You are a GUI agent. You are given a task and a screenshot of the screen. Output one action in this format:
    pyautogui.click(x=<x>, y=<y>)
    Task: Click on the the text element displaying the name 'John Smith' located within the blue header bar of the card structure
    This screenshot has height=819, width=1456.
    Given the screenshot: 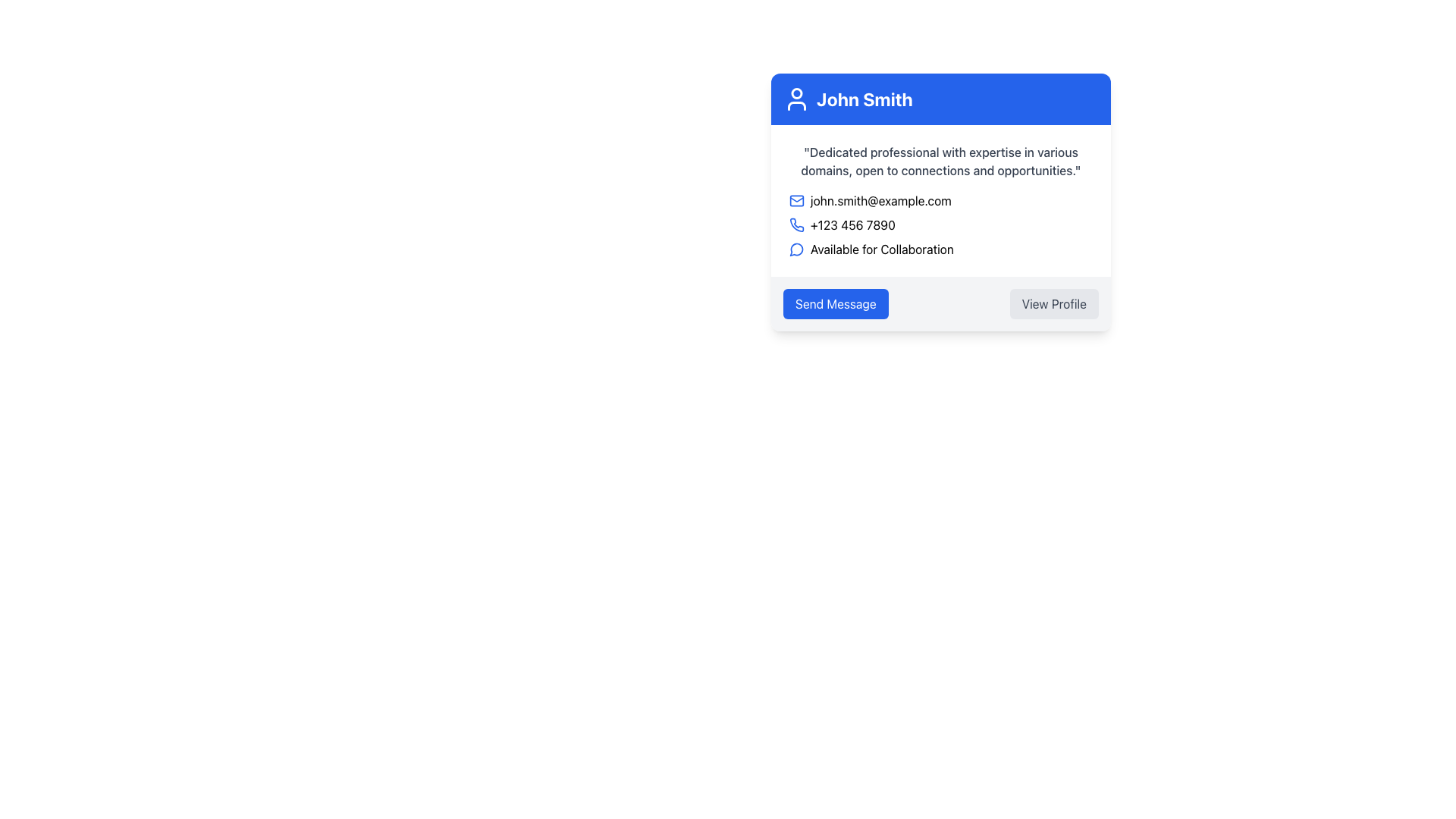 What is the action you would take?
    pyautogui.click(x=864, y=99)
    